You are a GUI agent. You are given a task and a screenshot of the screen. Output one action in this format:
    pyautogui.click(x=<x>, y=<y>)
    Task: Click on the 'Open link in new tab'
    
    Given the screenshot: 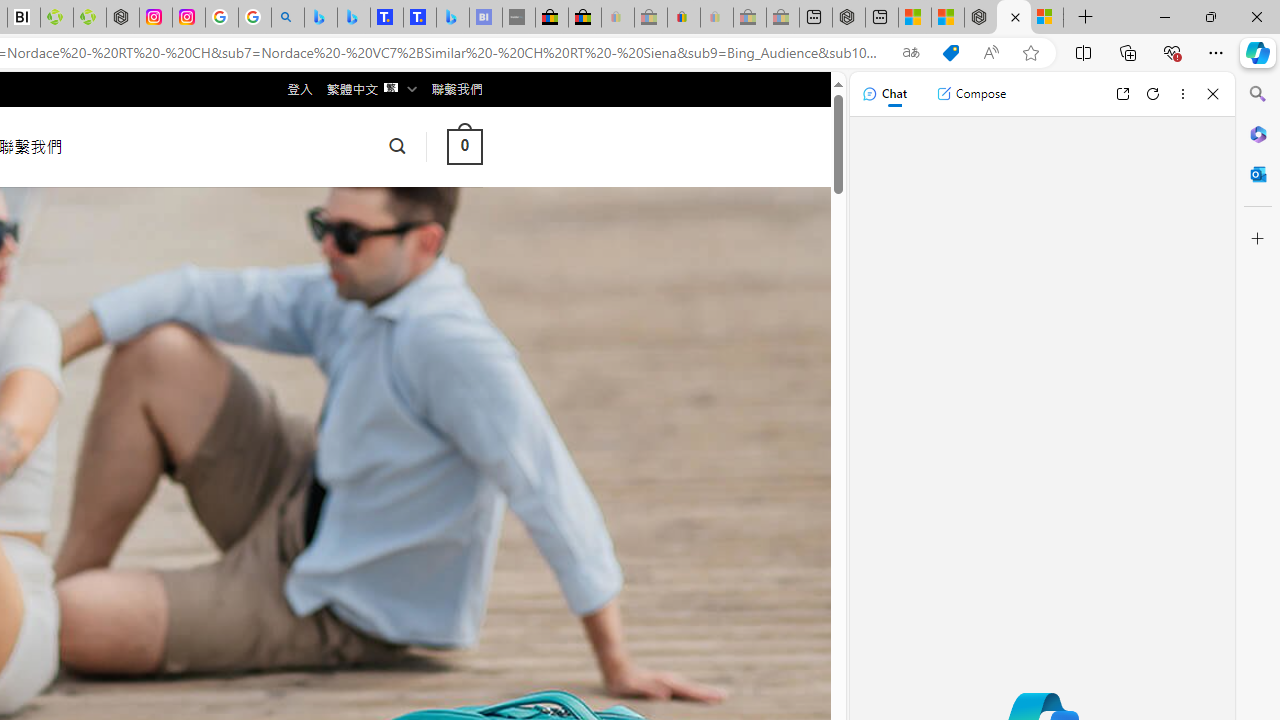 What is the action you would take?
    pyautogui.click(x=1122, y=93)
    